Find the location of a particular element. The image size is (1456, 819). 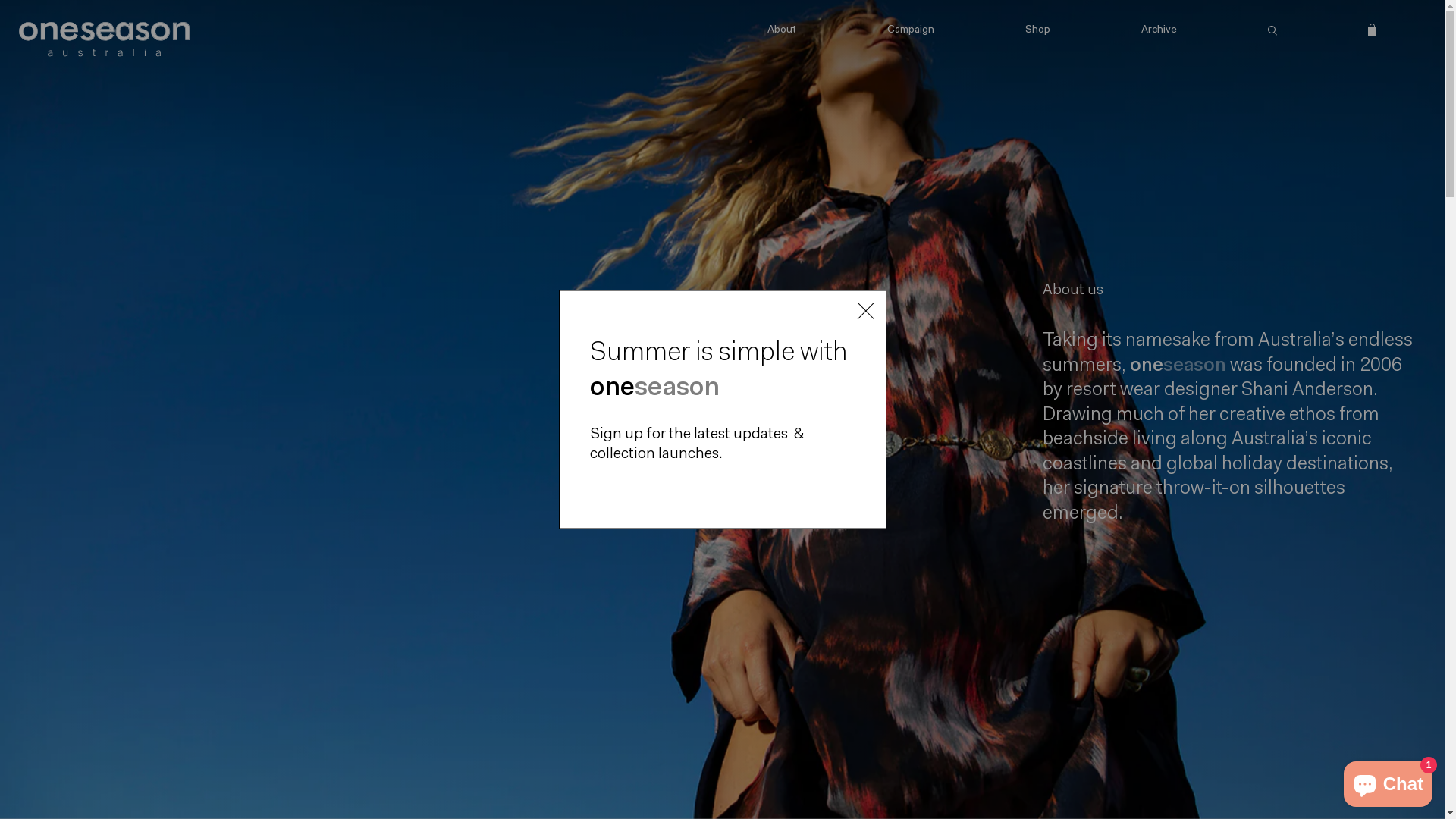

'Campaign' is located at coordinates (910, 32).